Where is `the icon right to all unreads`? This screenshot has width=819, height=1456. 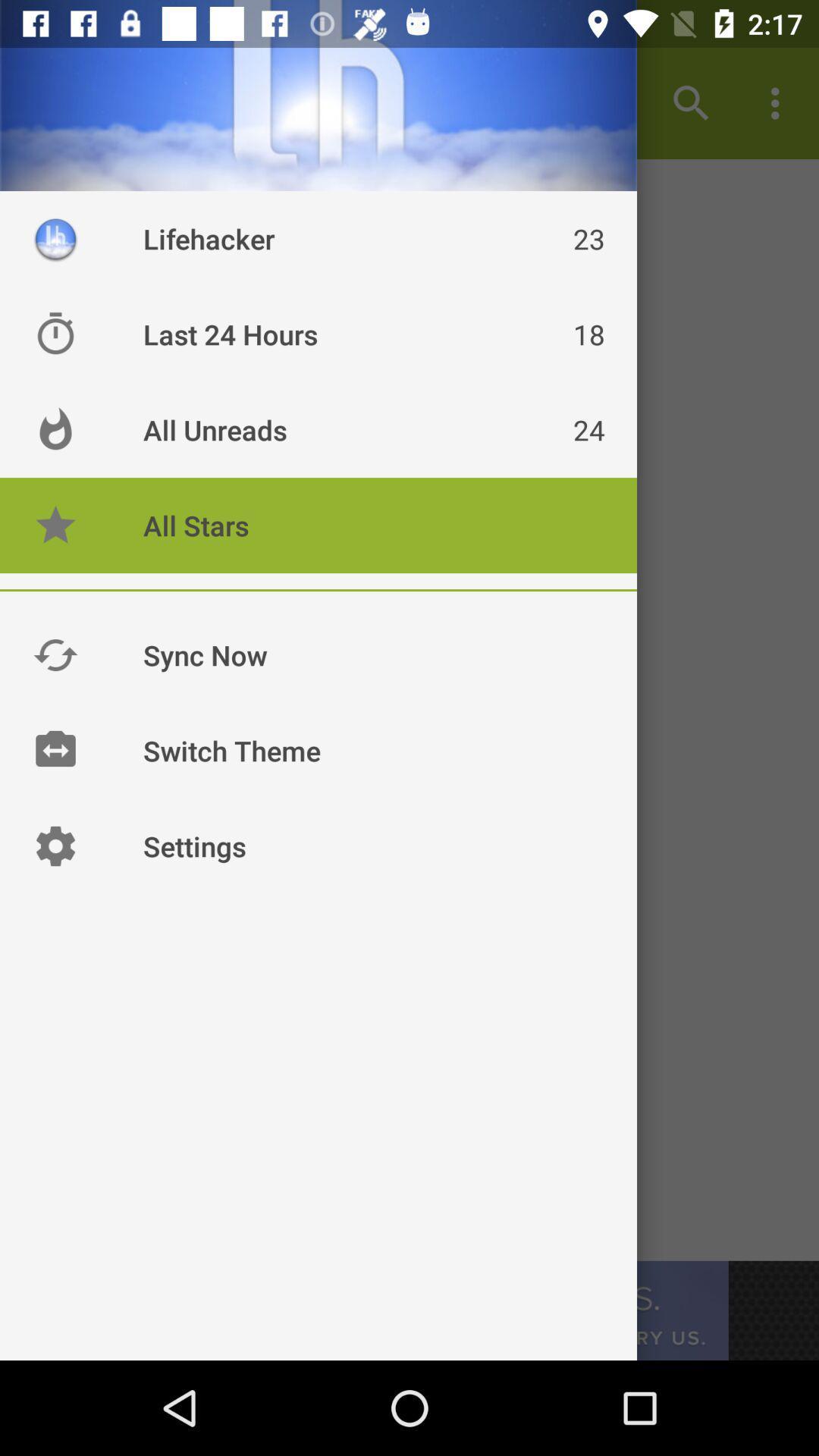 the icon right to all unreads is located at coordinates (55, 428).